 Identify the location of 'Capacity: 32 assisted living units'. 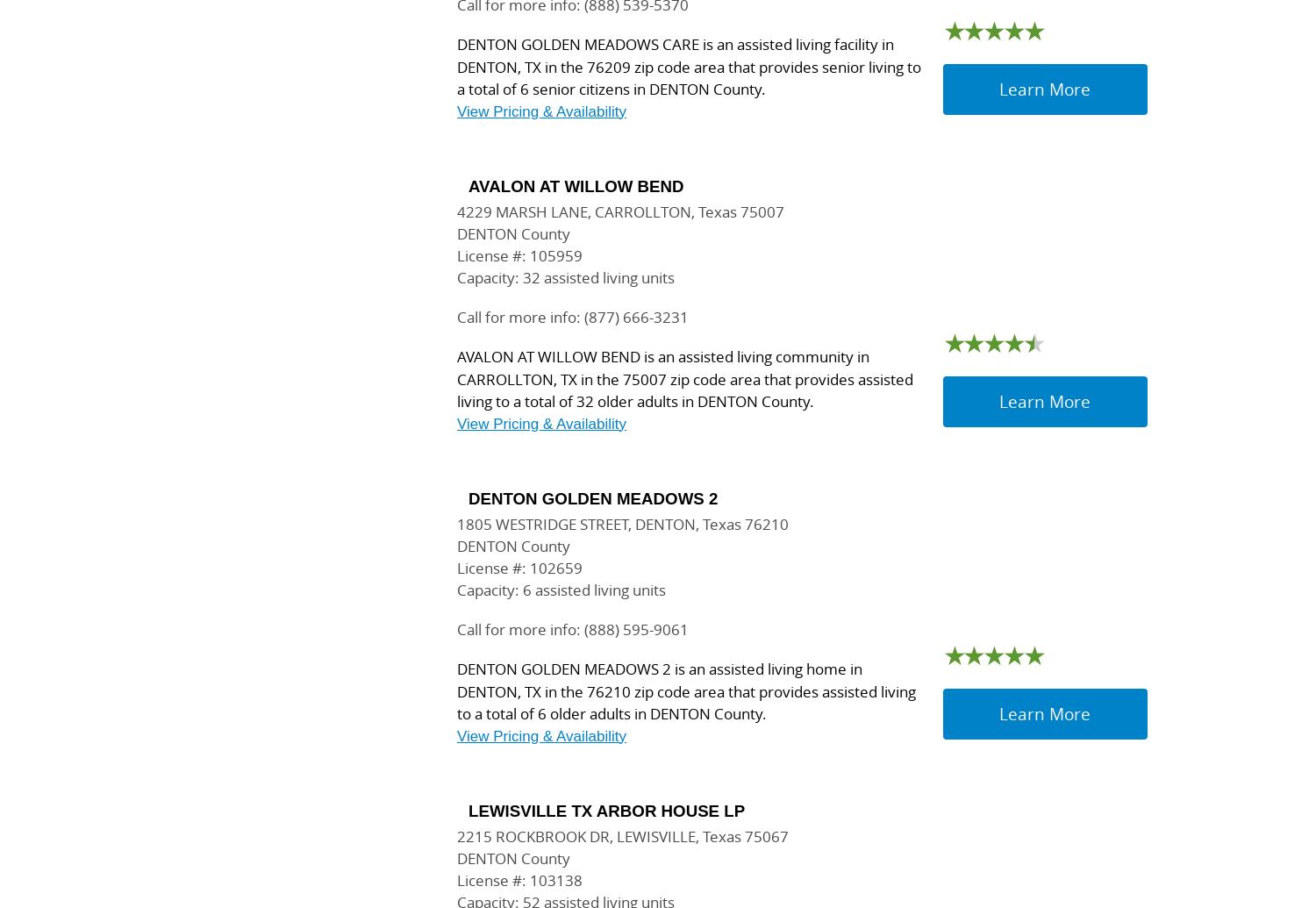
(566, 277).